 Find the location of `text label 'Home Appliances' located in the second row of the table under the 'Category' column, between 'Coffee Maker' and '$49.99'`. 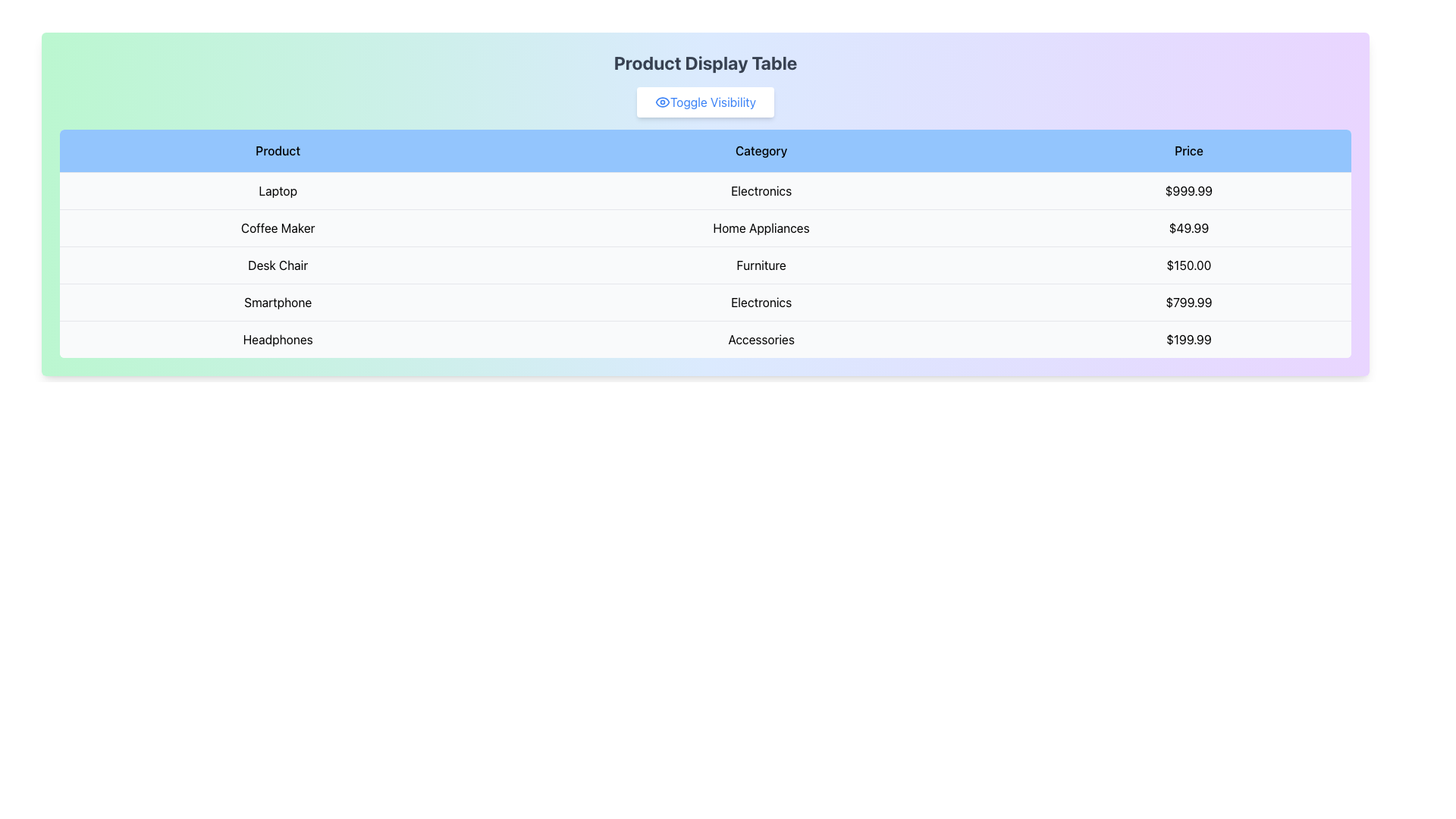

text label 'Home Appliances' located in the second row of the table under the 'Category' column, between 'Coffee Maker' and '$49.99' is located at coordinates (761, 227).